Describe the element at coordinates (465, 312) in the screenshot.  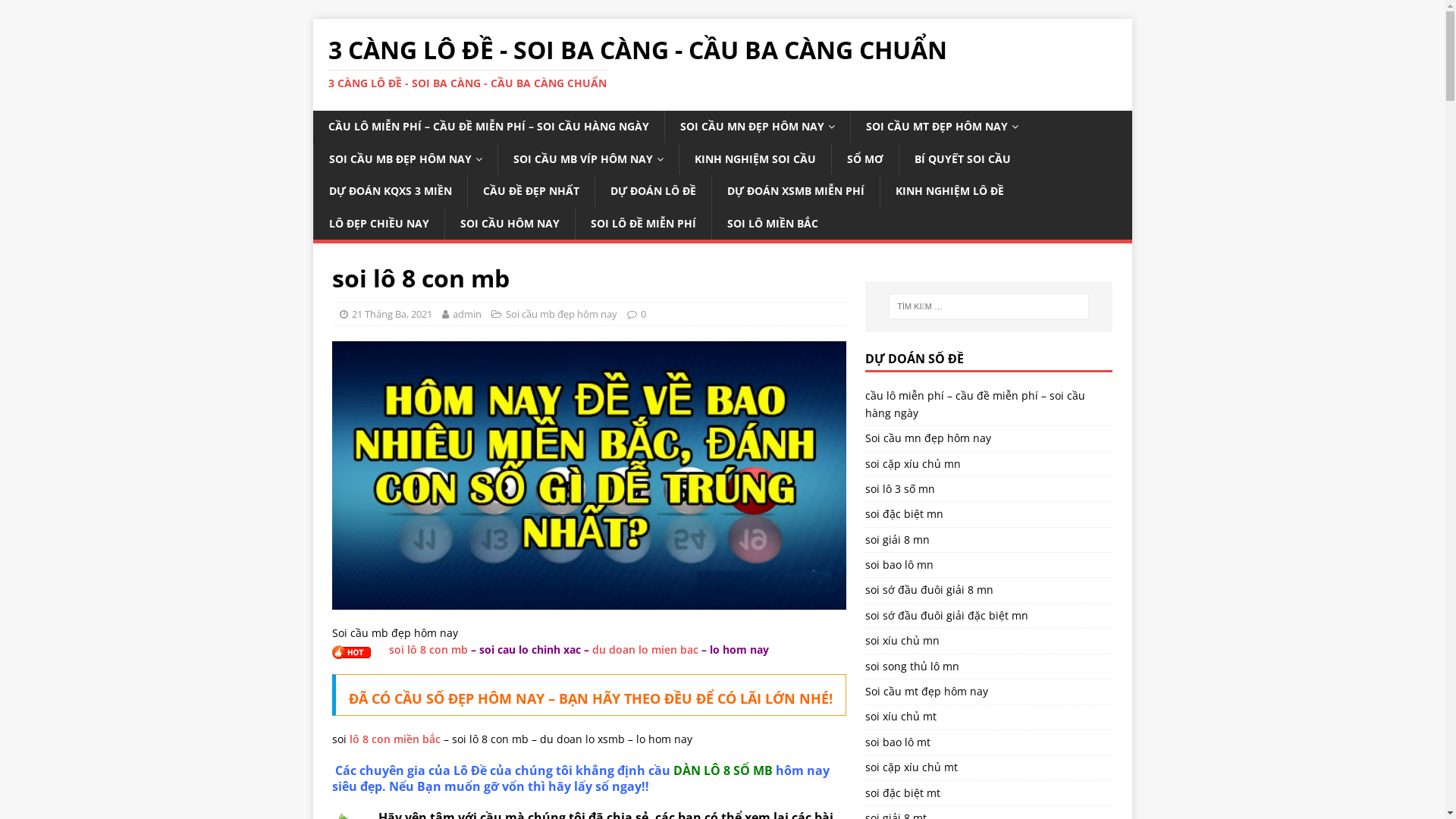
I see `'admin'` at that location.